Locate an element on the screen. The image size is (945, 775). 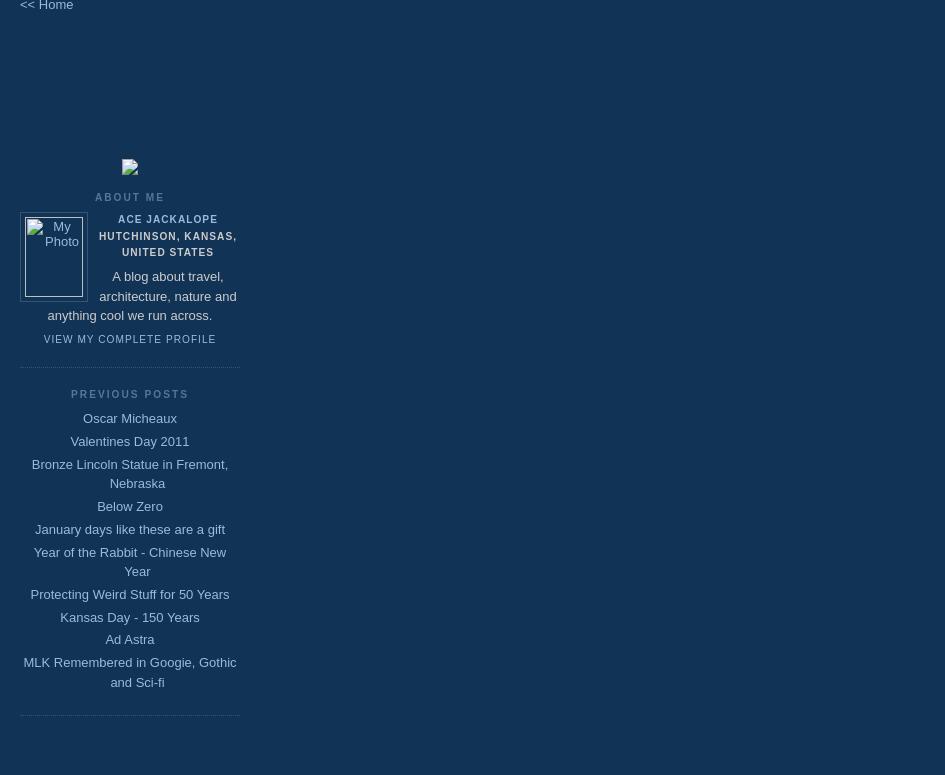
'View my complete profile' is located at coordinates (128, 338).